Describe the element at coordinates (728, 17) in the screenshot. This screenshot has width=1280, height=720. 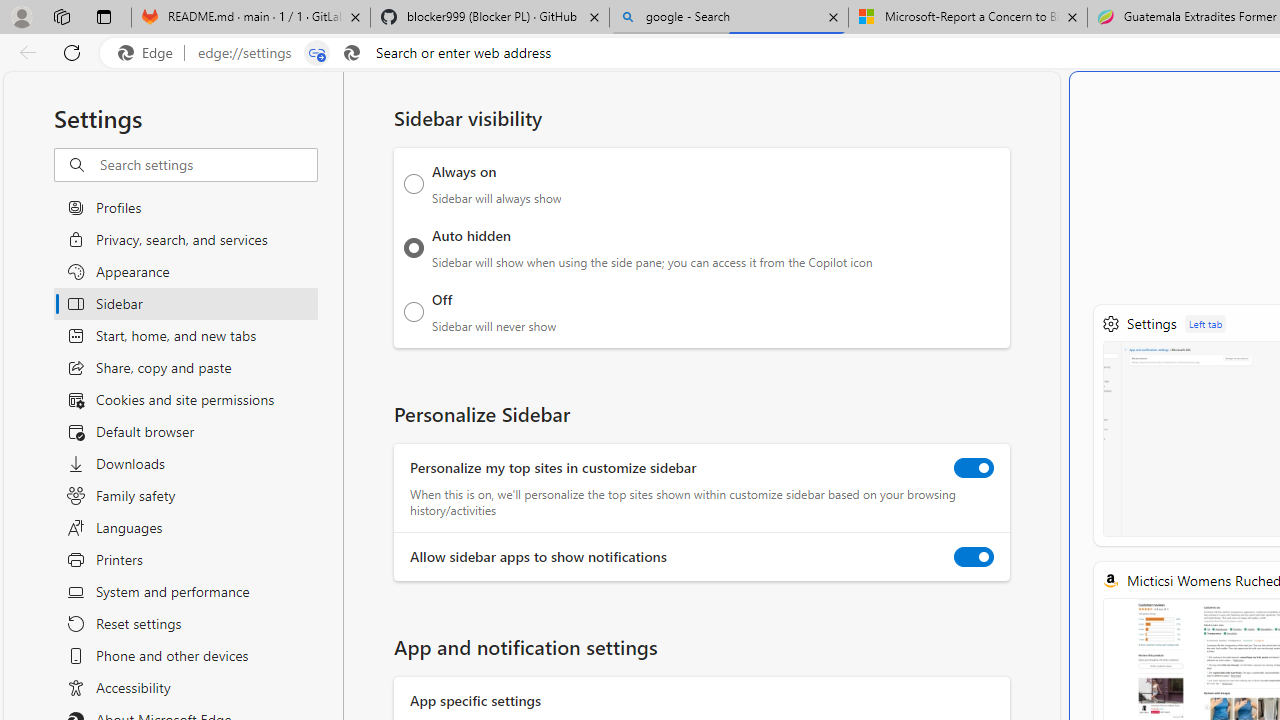
I see `'google - Search'` at that location.